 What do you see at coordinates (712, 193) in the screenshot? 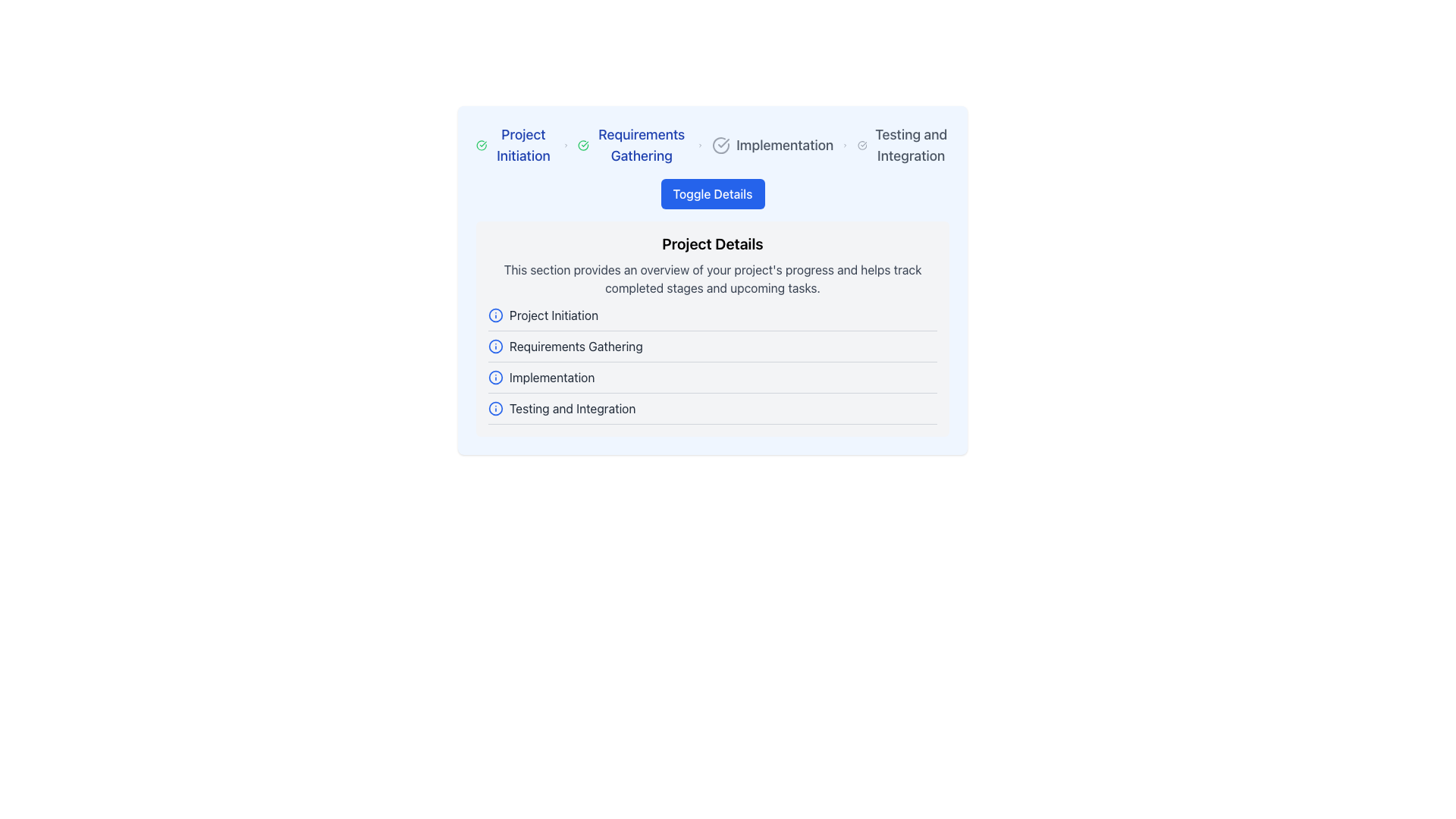
I see `the toggle button for showing or hiding additional details related to the project summary, located above the 'Project Details' section` at bounding box center [712, 193].